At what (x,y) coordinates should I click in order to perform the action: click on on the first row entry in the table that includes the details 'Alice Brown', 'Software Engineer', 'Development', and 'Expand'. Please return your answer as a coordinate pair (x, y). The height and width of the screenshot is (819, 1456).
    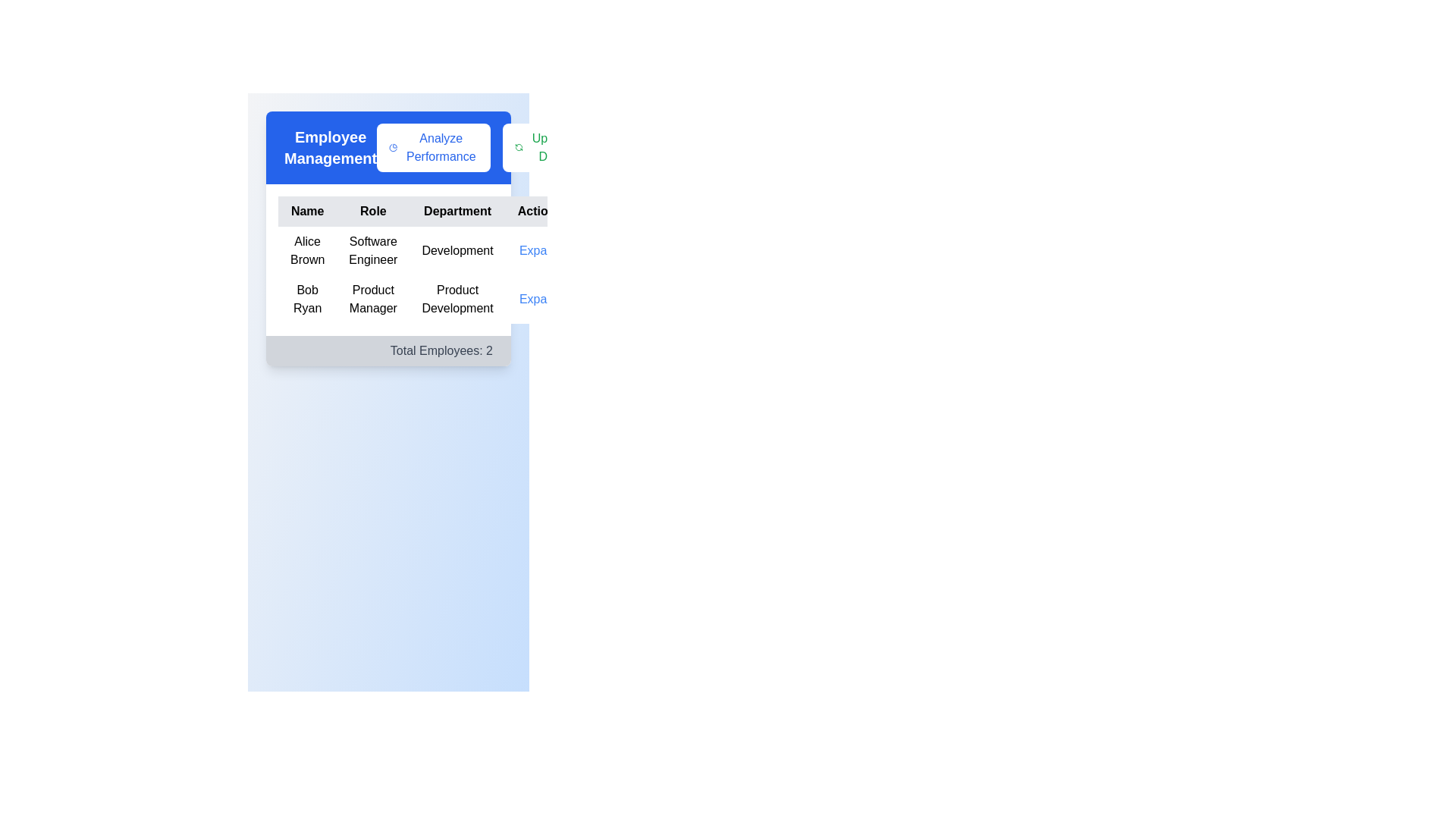
    Looking at the image, I should click on (425, 250).